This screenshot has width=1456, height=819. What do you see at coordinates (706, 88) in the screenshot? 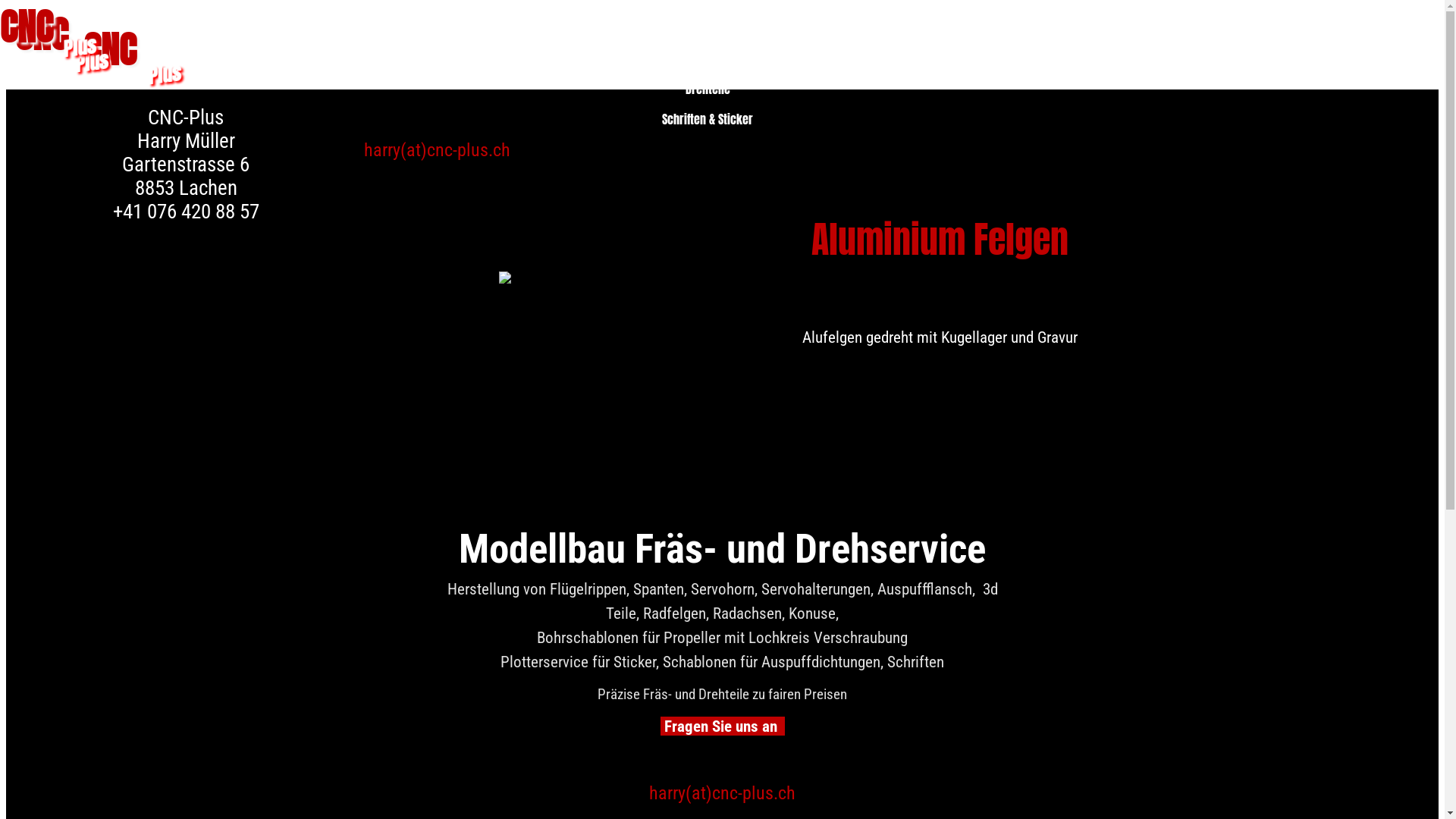
I see `'Drehteile'` at bounding box center [706, 88].